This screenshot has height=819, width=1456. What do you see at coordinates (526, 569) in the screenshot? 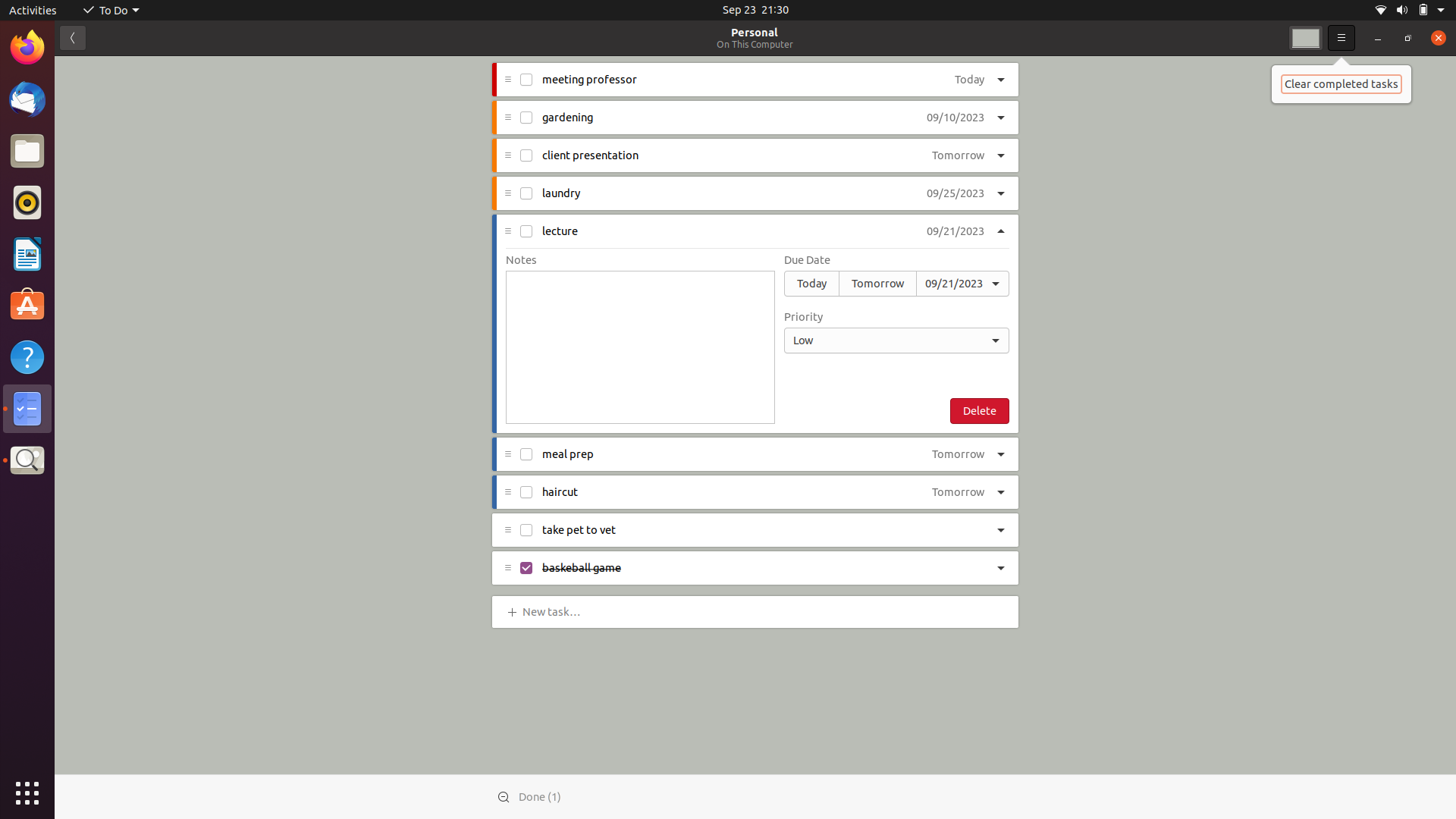
I see `Mark "checkbox baseball game" task as completed` at bounding box center [526, 569].